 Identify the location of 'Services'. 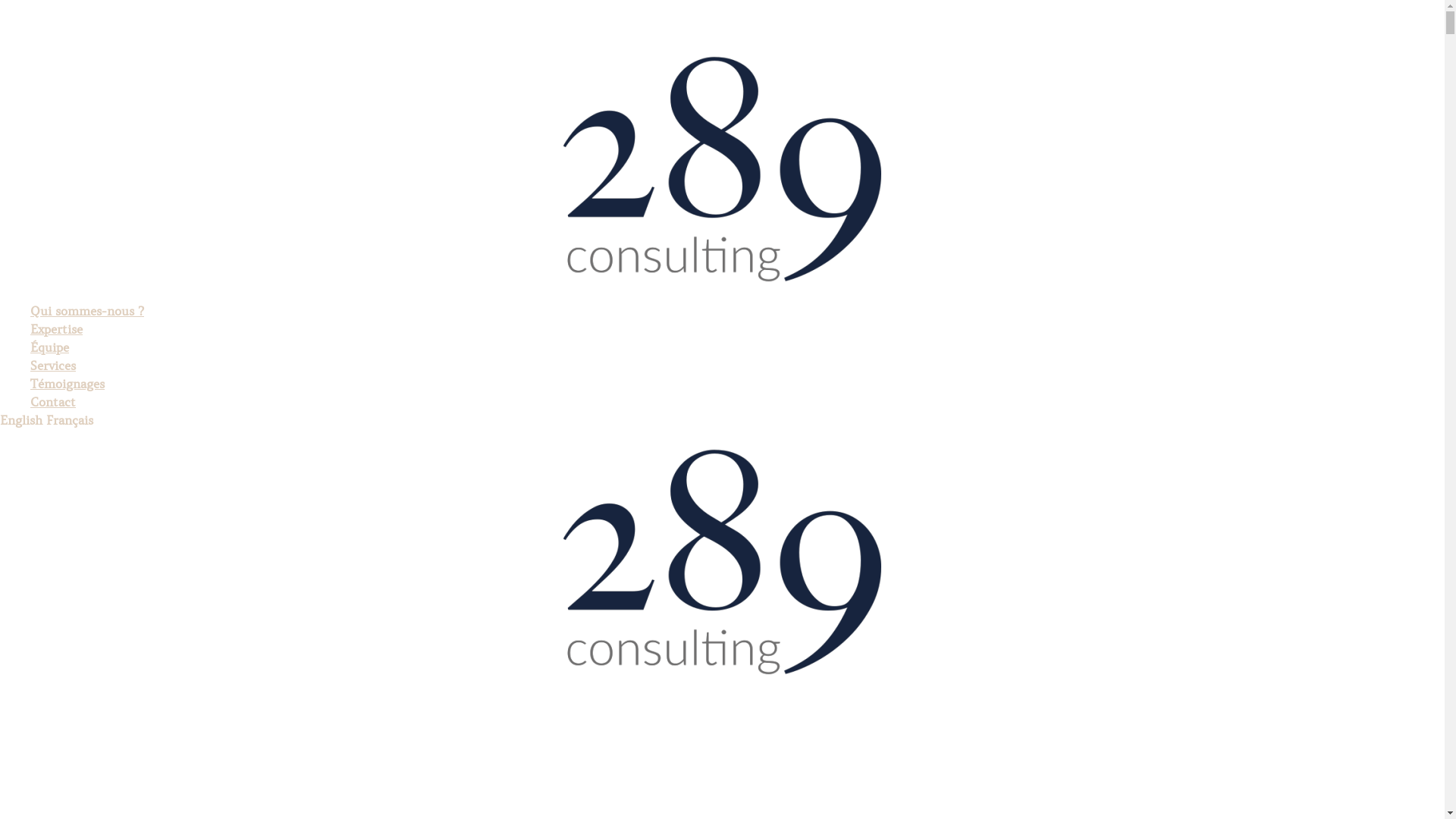
(53, 366).